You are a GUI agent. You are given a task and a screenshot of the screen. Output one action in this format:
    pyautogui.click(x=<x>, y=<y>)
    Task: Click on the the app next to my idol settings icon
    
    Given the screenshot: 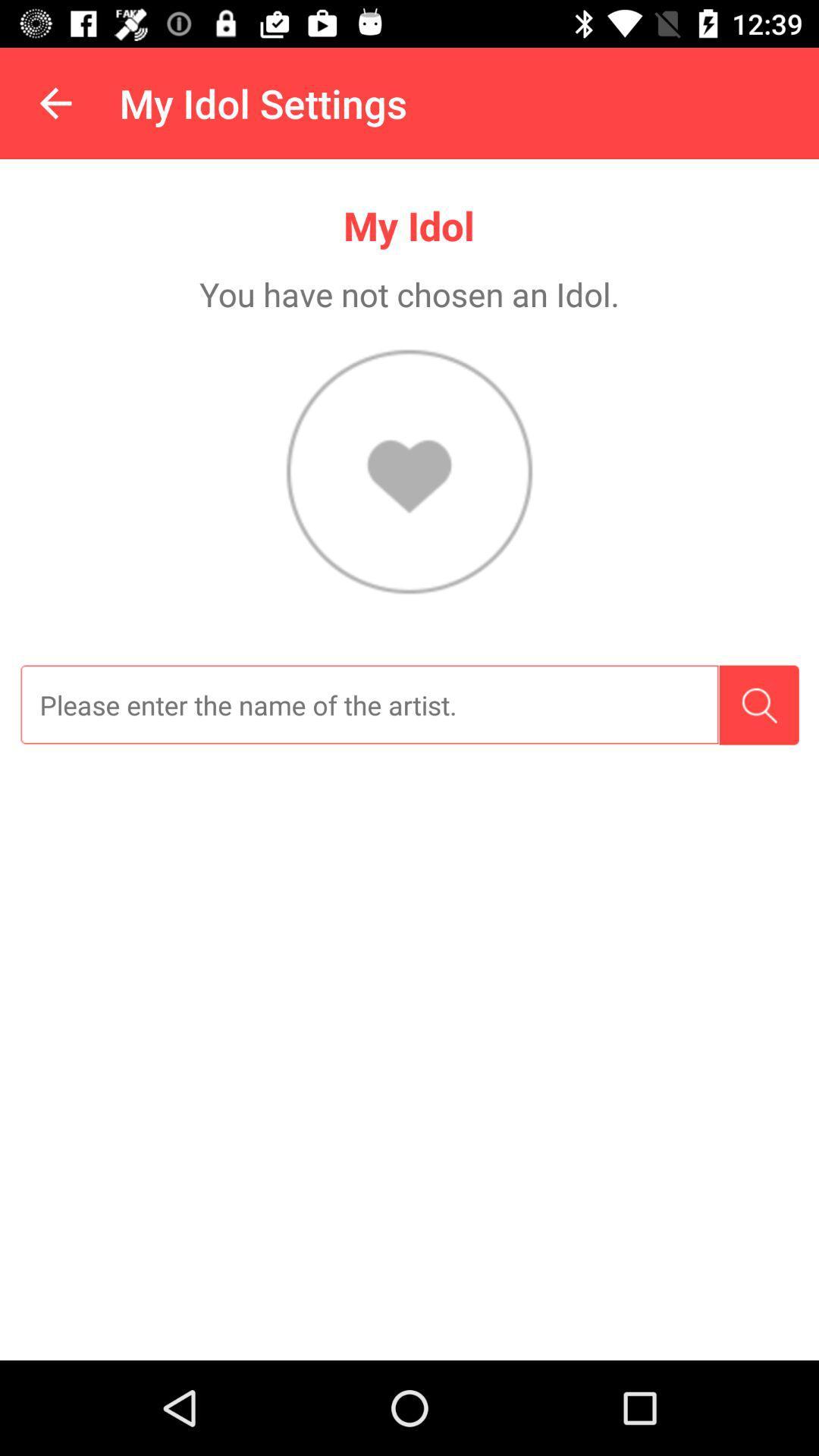 What is the action you would take?
    pyautogui.click(x=55, y=102)
    